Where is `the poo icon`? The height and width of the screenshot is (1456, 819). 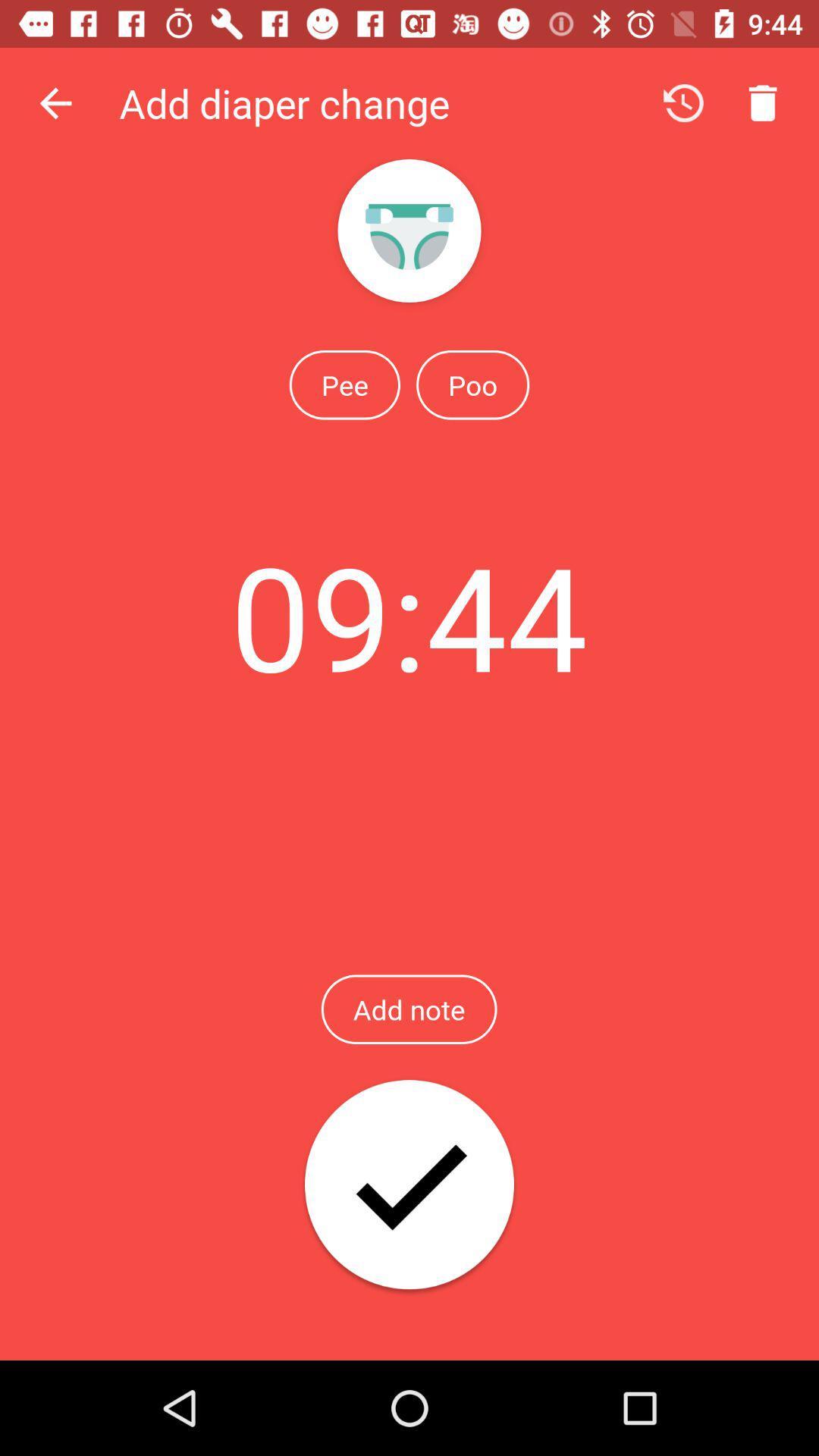 the poo icon is located at coordinates (472, 384).